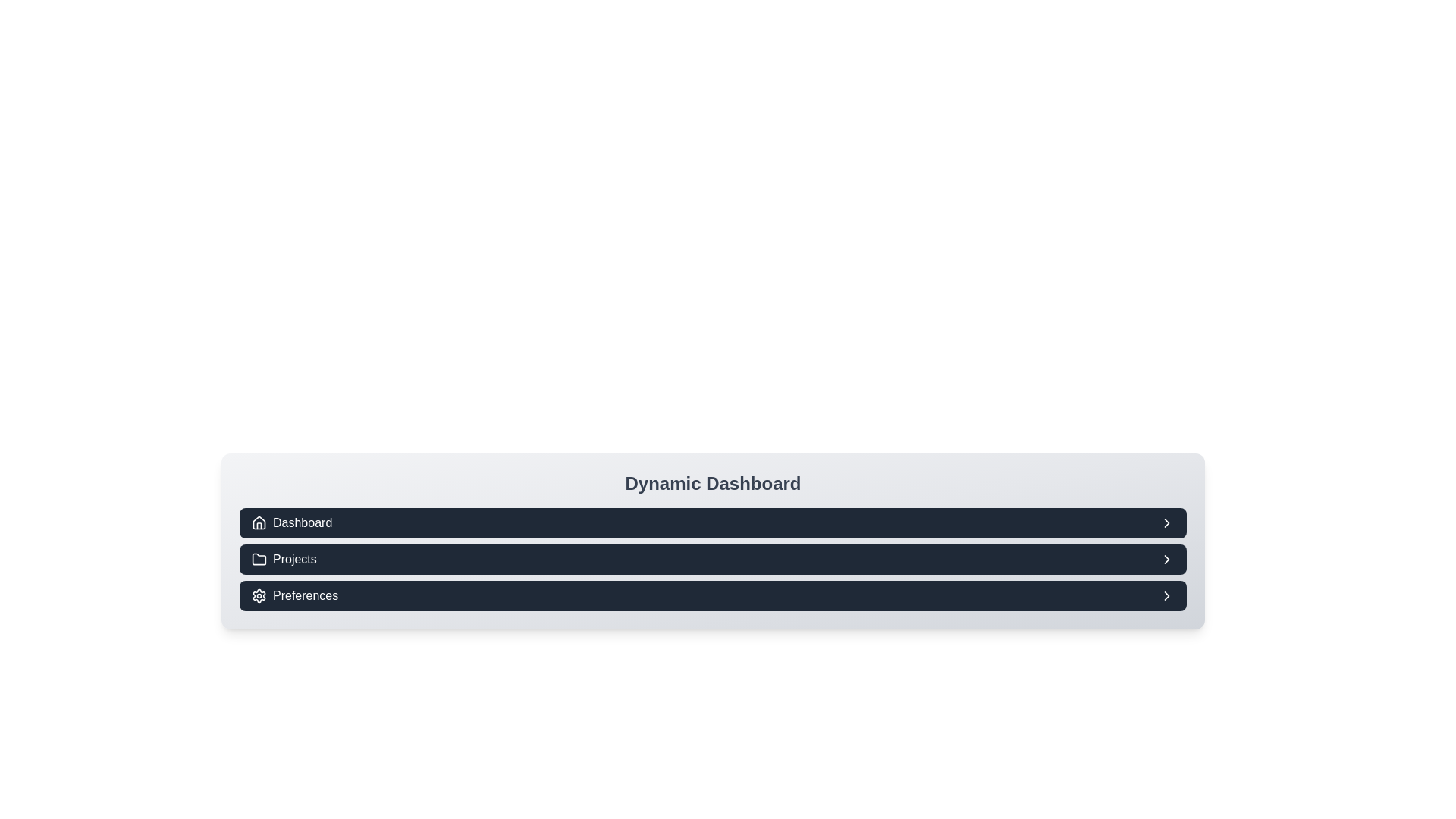 The width and height of the screenshot is (1456, 819). I want to click on the 'Preferences' button, which is a gear icon followed by the text 'Preferences', located as the third item in a vertically arranged list with a dark background and light text, so click(295, 595).